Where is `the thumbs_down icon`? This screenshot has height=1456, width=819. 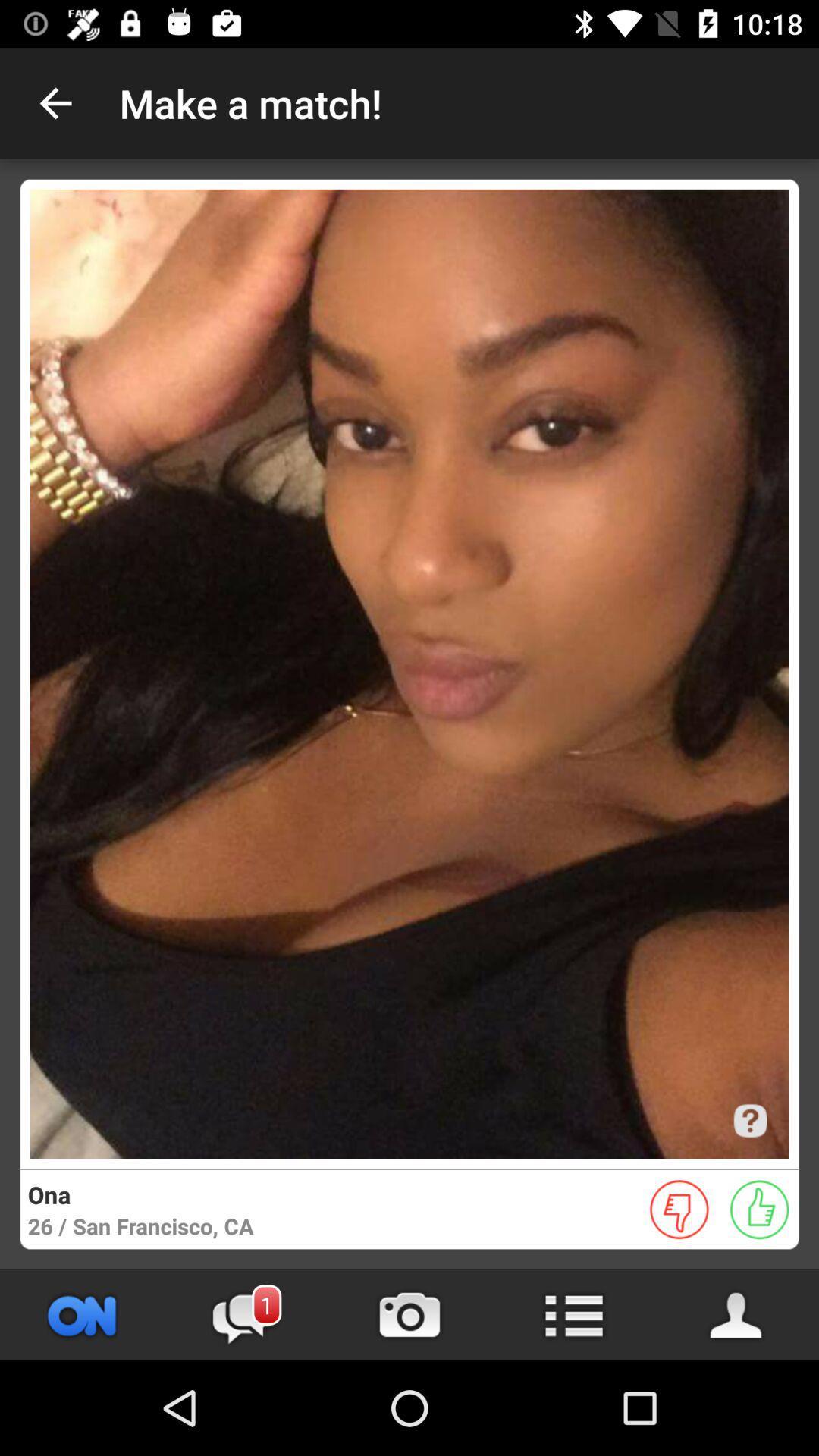 the thumbs_down icon is located at coordinates (679, 1209).